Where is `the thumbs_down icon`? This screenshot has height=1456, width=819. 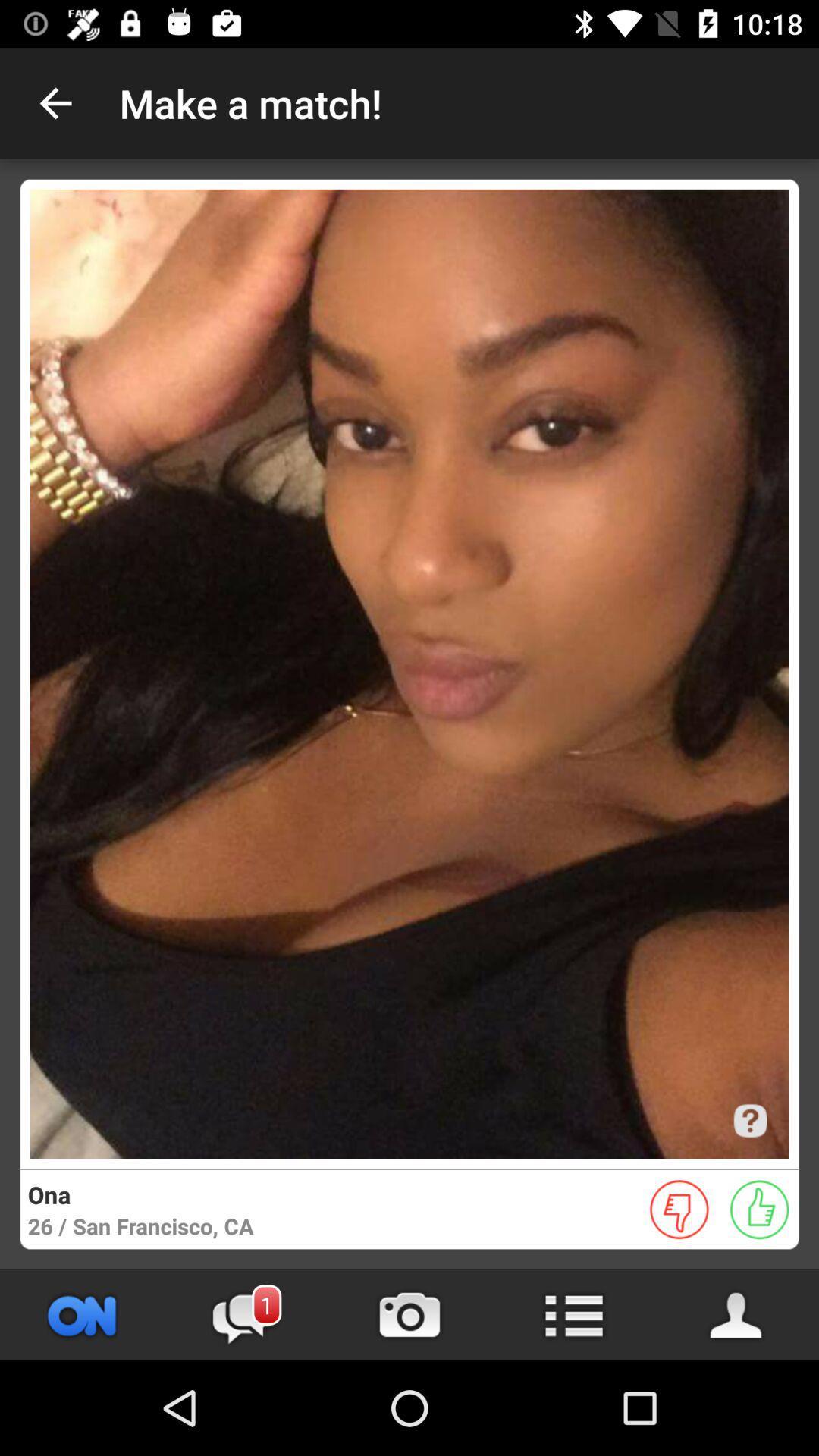 the thumbs_down icon is located at coordinates (679, 1209).